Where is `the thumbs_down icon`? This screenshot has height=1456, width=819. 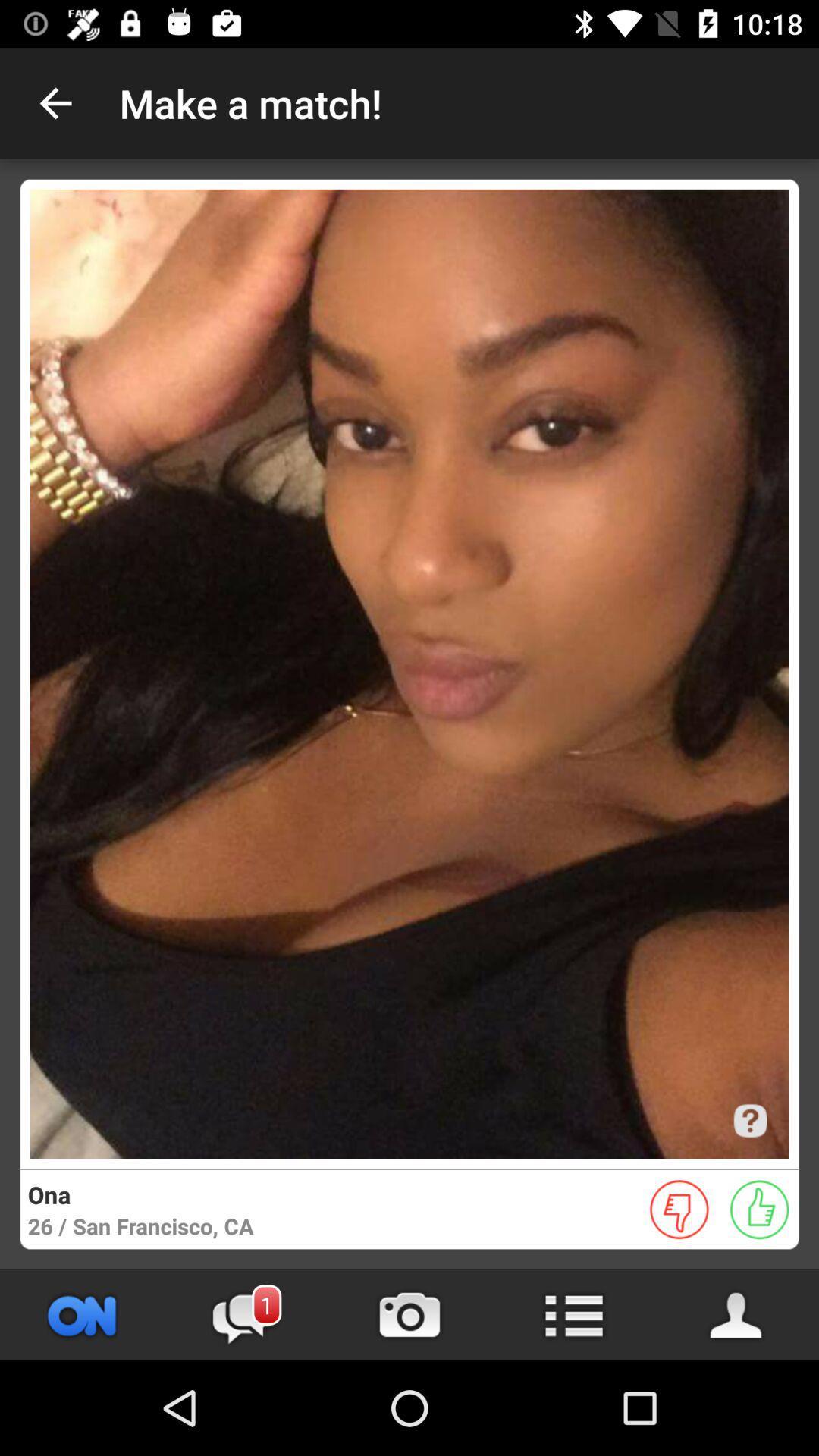 the thumbs_down icon is located at coordinates (679, 1209).